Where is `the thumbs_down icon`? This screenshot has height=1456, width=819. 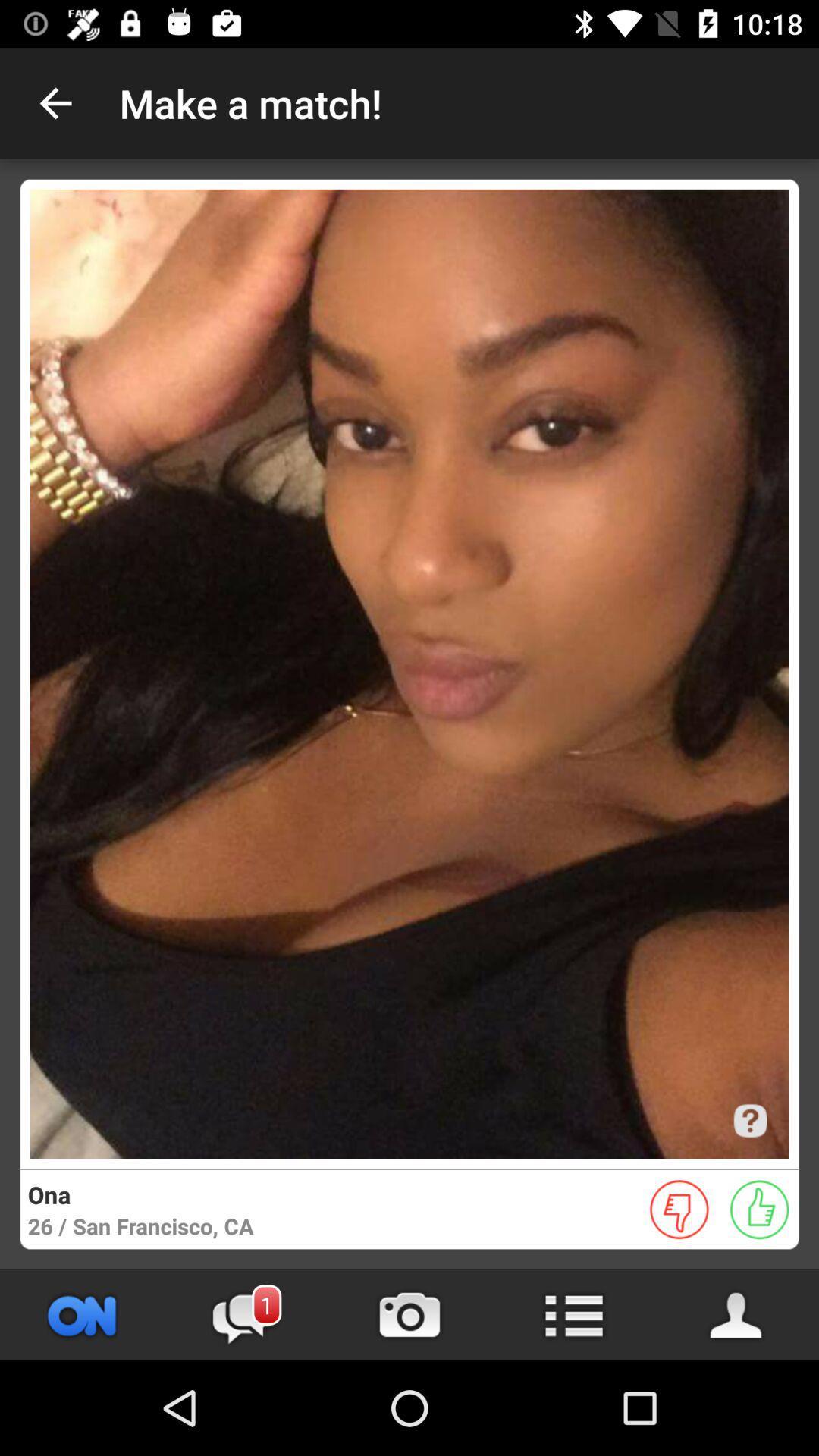 the thumbs_down icon is located at coordinates (679, 1209).